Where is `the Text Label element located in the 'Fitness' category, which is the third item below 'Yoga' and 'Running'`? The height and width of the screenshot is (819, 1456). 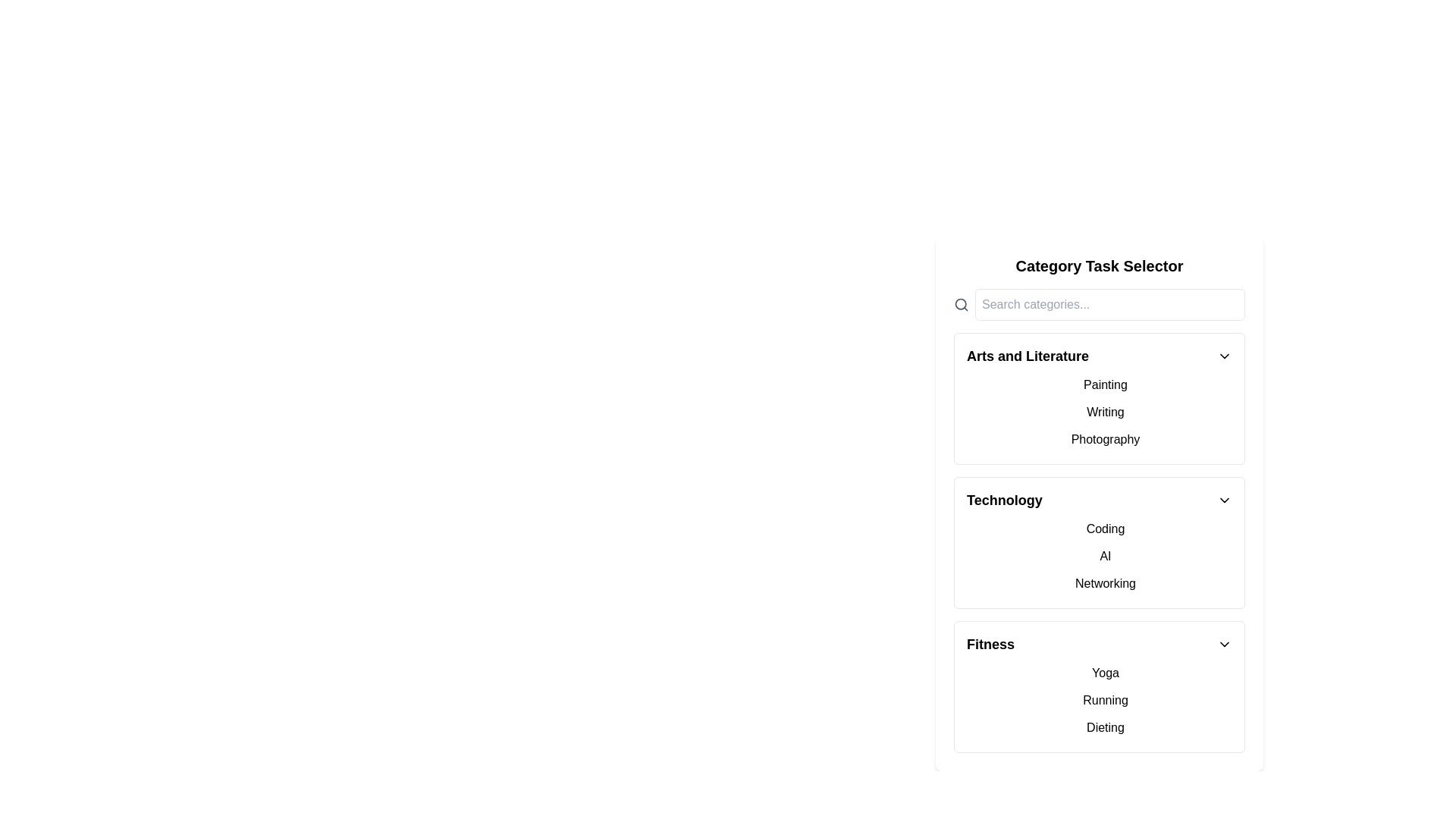 the Text Label element located in the 'Fitness' category, which is the third item below 'Yoga' and 'Running' is located at coordinates (1106, 727).